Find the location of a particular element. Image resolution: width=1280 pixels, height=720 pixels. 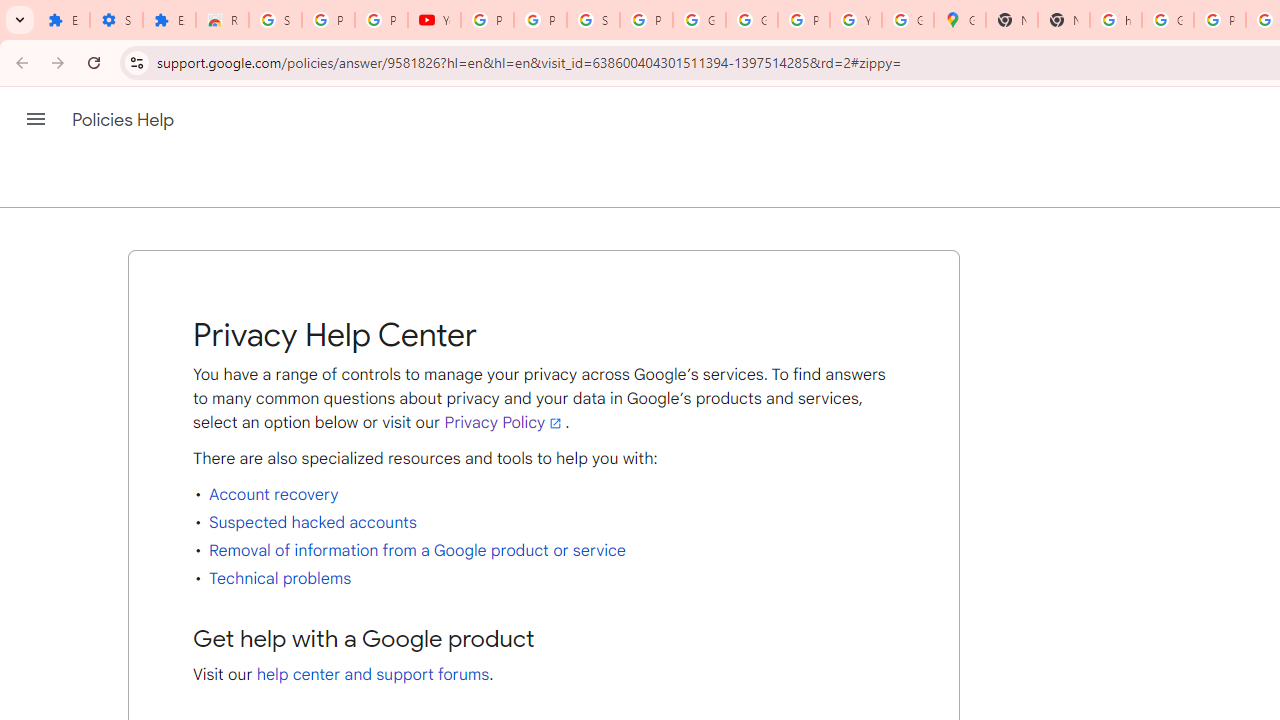

'help center and support forums' is located at coordinates (373, 675).